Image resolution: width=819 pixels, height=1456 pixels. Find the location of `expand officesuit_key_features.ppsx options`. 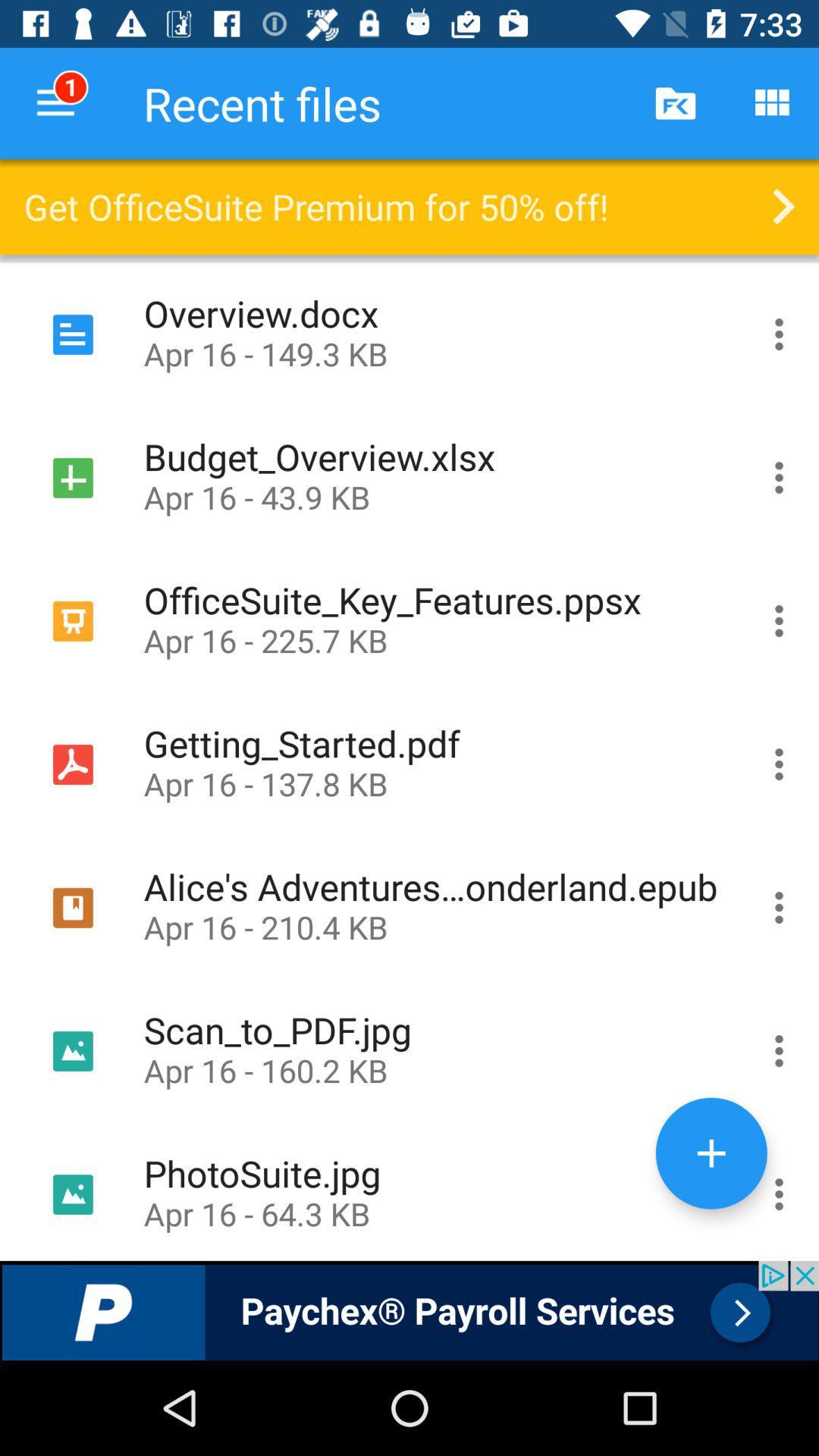

expand officesuit_key_features.ppsx options is located at coordinates (779, 621).